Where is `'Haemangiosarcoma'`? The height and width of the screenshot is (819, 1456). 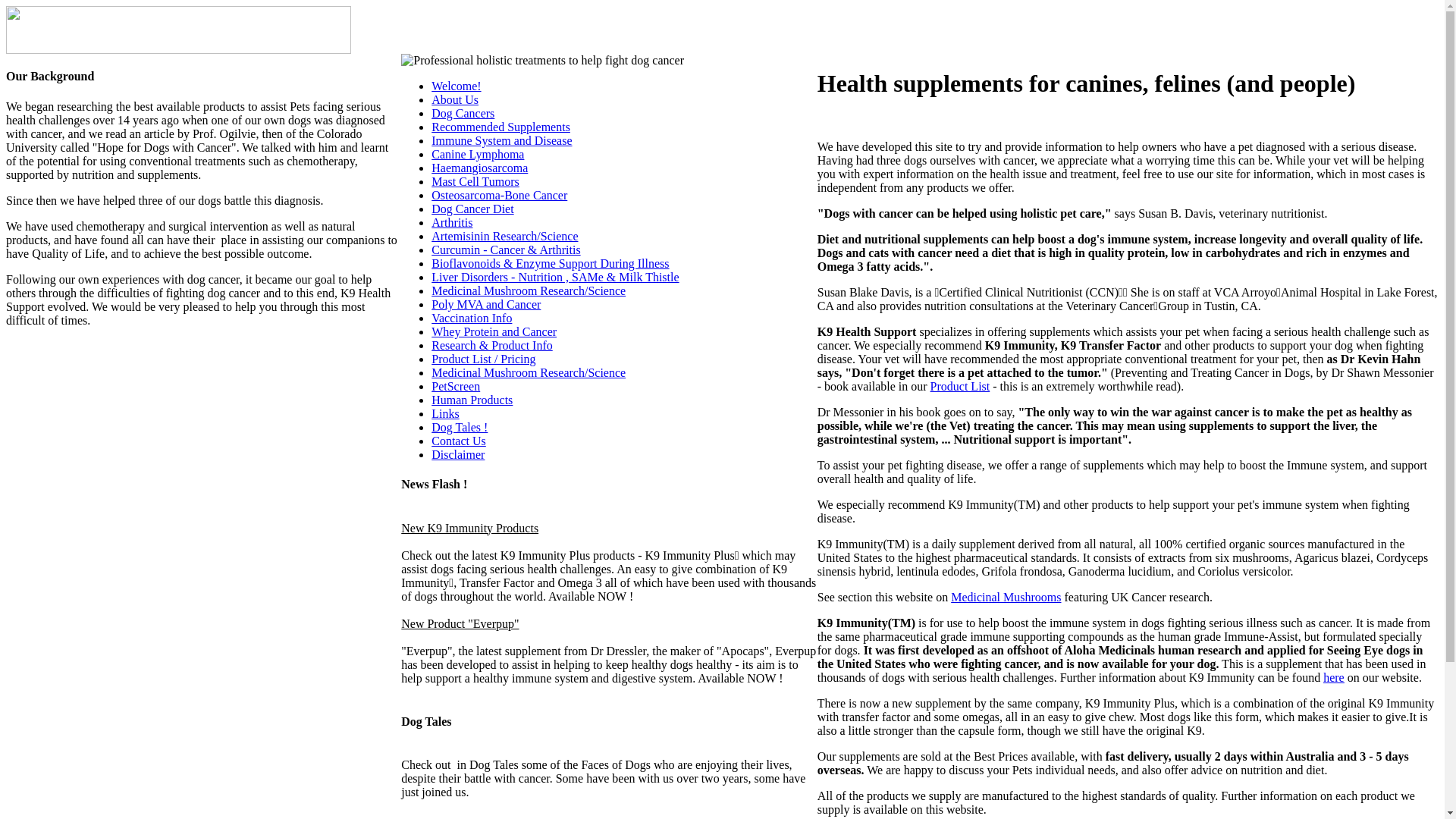
'Haemangiosarcoma' is located at coordinates (479, 168).